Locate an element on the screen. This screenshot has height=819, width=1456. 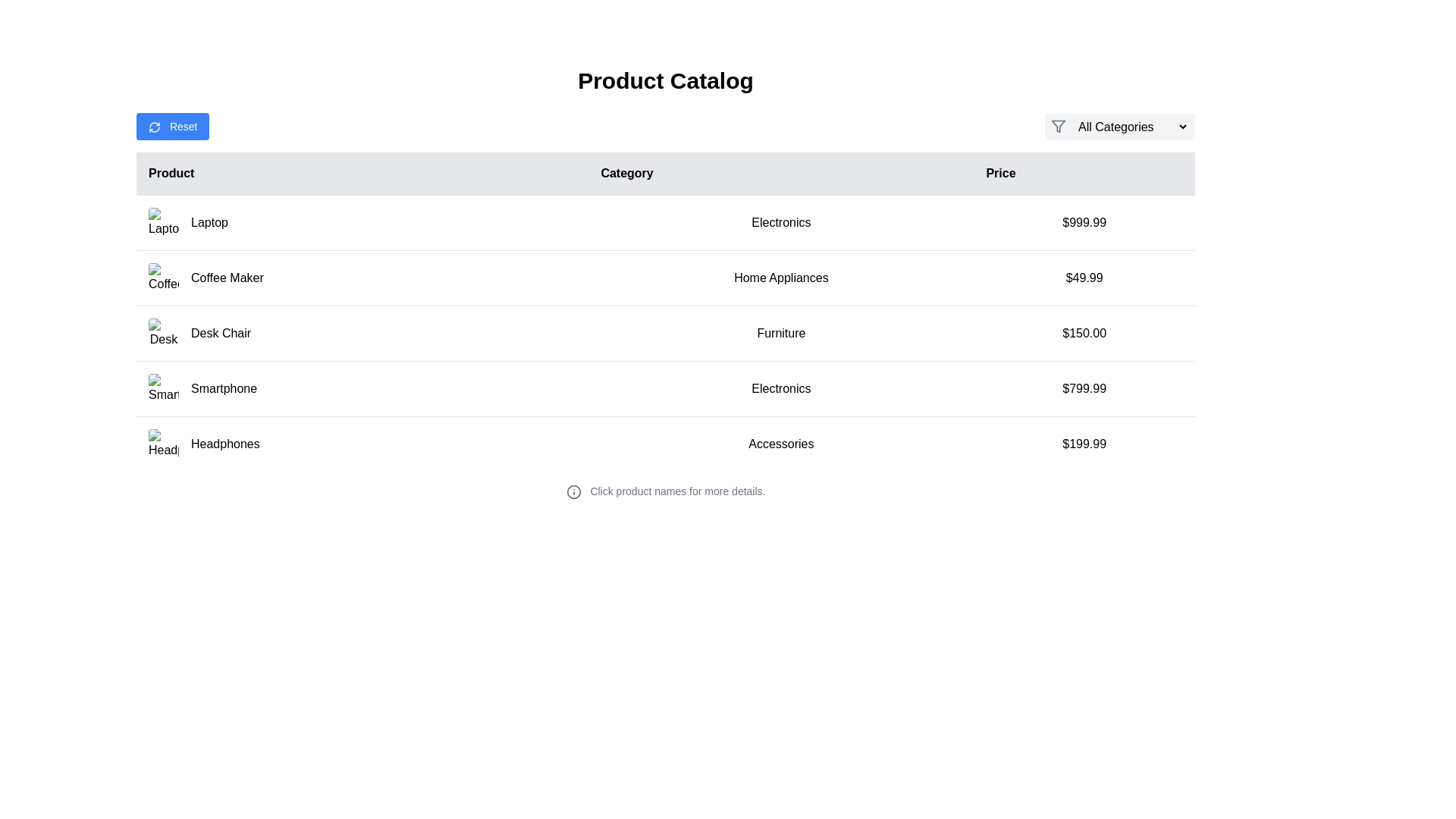
the circular product representation image for 'Headphones' located in the 'Product Catalog' section is located at coordinates (164, 444).